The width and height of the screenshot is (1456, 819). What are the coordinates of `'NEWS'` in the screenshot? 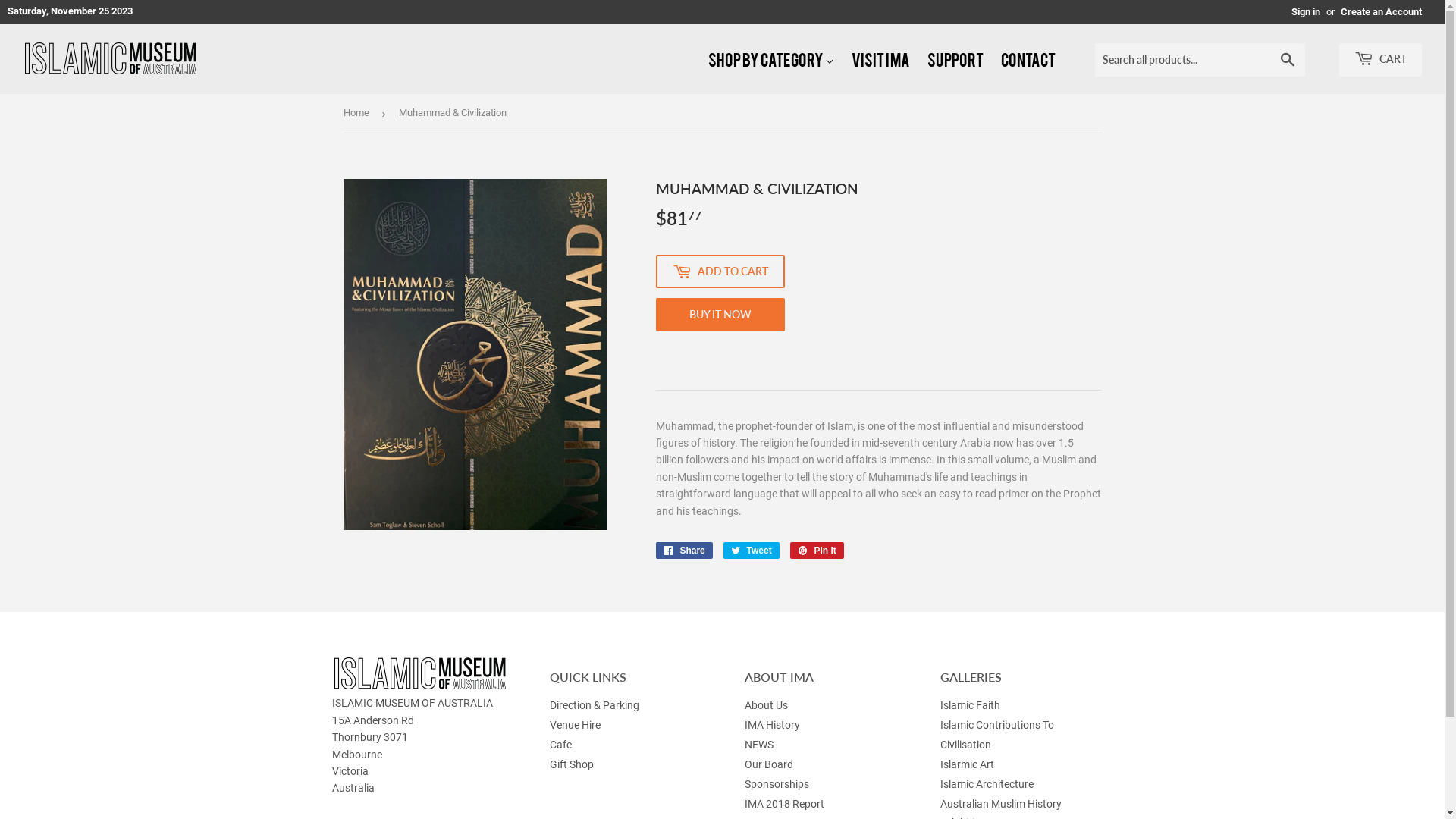 It's located at (759, 744).